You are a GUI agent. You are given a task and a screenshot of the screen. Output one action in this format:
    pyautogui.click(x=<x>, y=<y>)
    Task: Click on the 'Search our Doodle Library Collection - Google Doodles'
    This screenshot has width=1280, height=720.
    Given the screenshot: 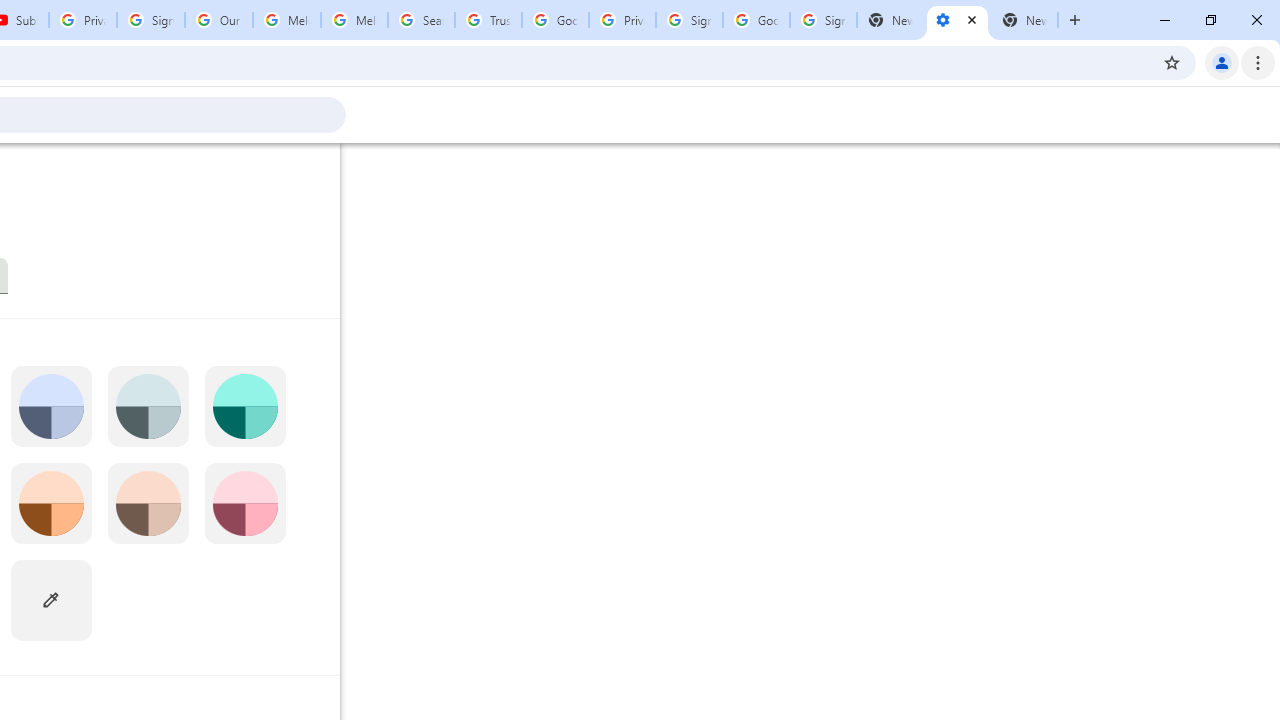 What is the action you would take?
    pyautogui.click(x=420, y=20)
    